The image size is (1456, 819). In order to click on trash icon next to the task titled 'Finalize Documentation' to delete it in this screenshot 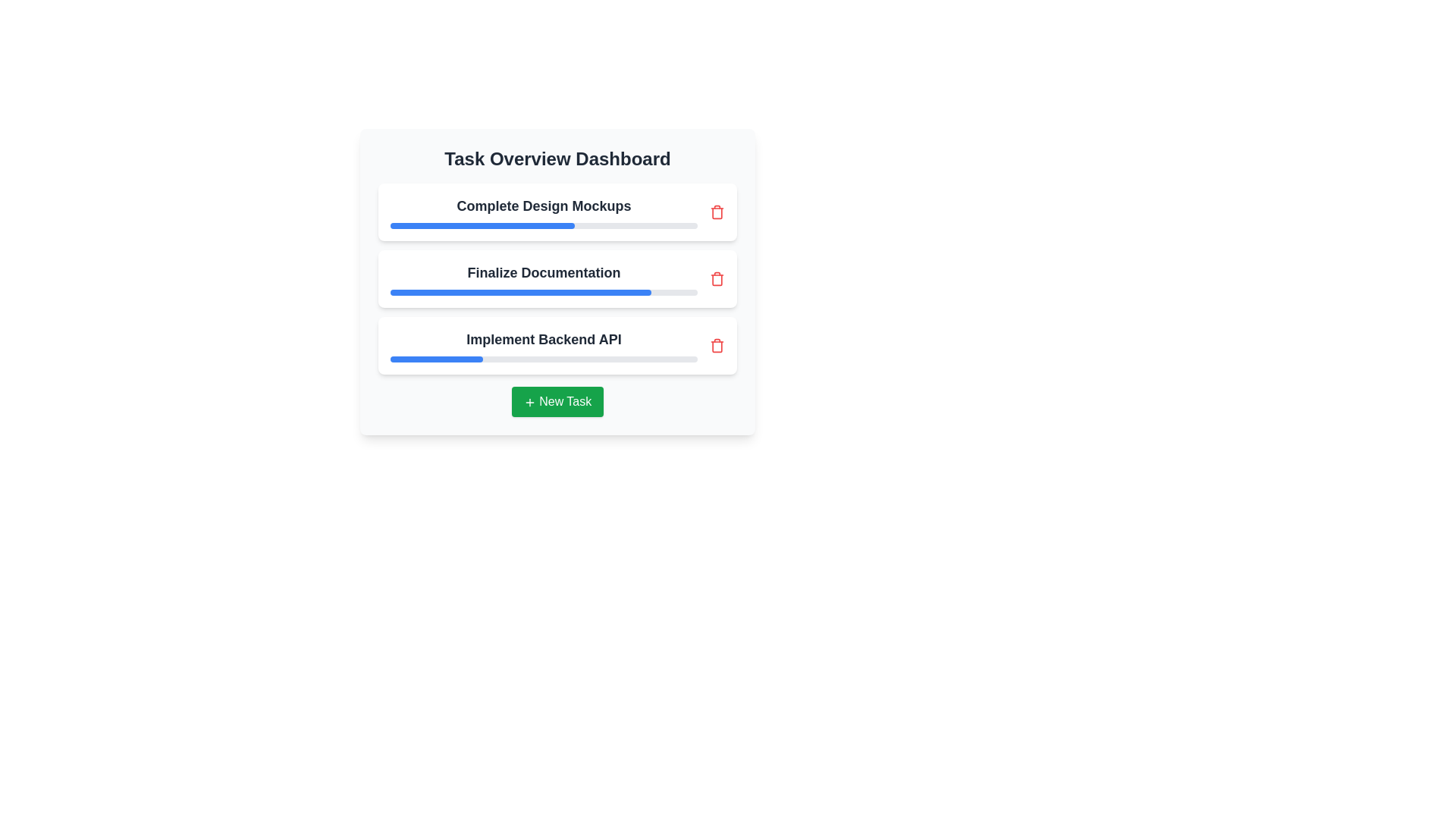, I will do `click(716, 278)`.